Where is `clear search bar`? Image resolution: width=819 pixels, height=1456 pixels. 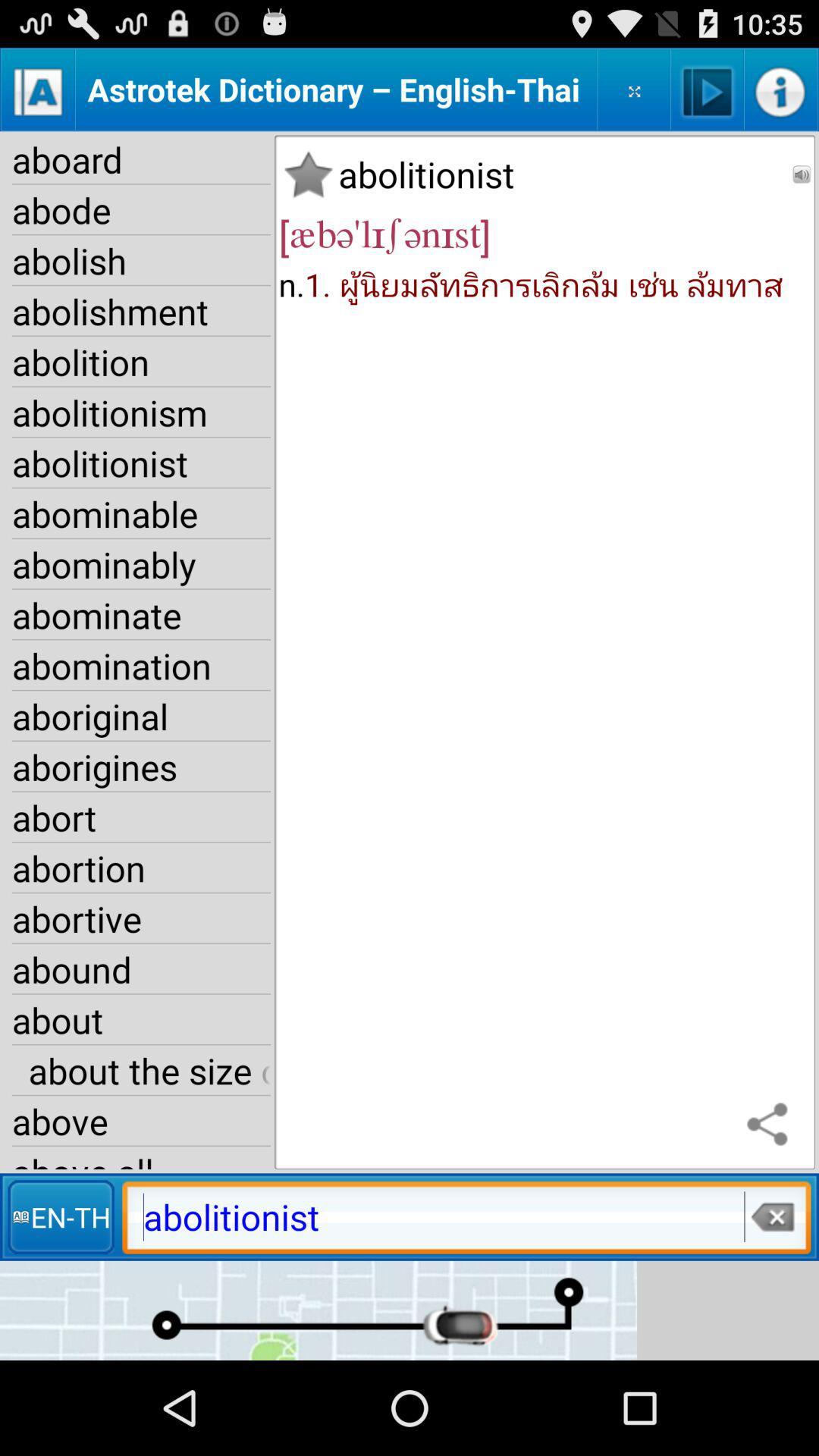
clear search bar is located at coordinates (771, 1216).